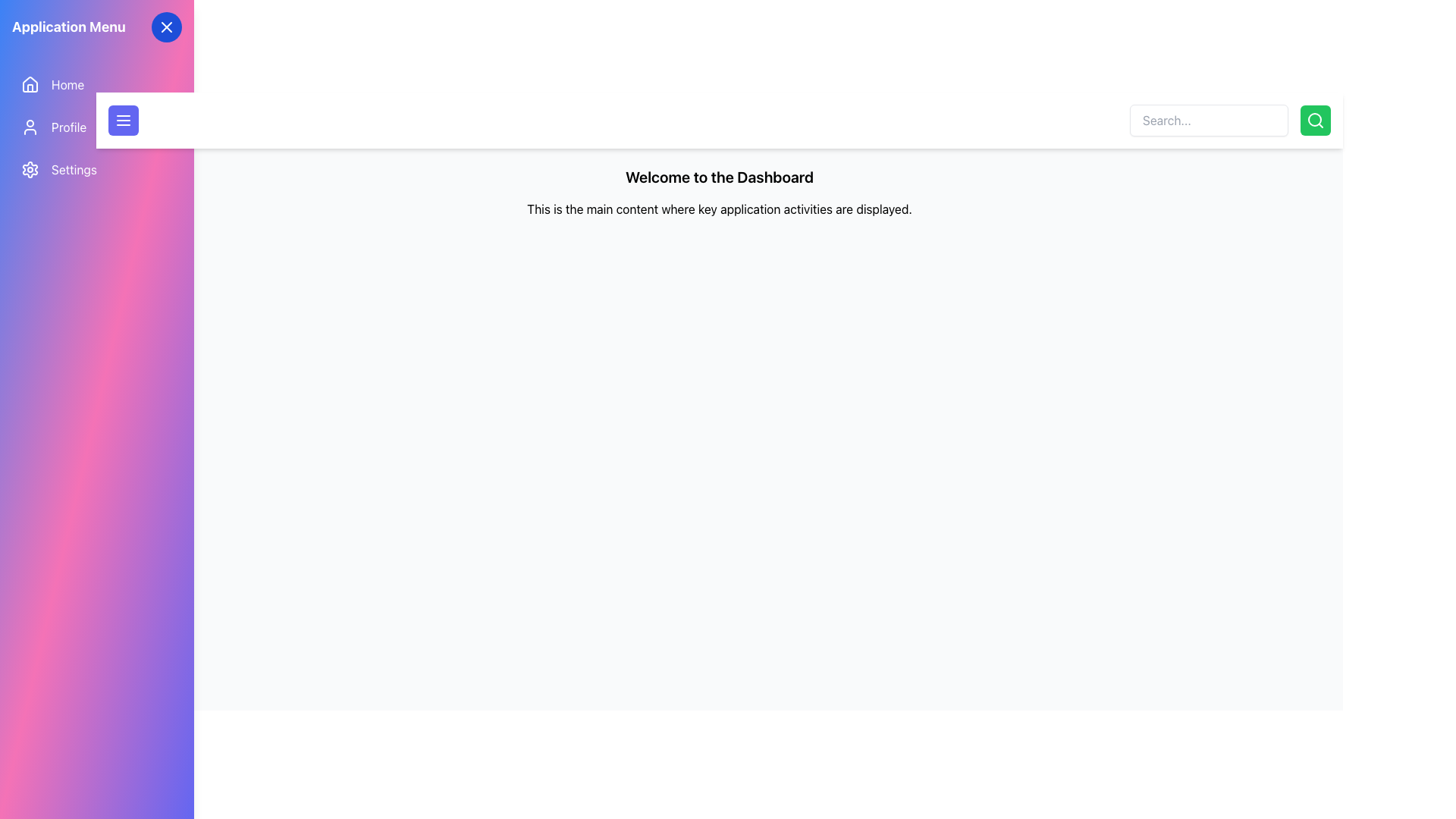 Image resolution: width=1456 pixels, height=819 pixels. Describe the element at coordinates (30, 84) in the screenshot. I see `the home icon located in the sidebar, which is the first icon in the vertical list of menu items` at that location.